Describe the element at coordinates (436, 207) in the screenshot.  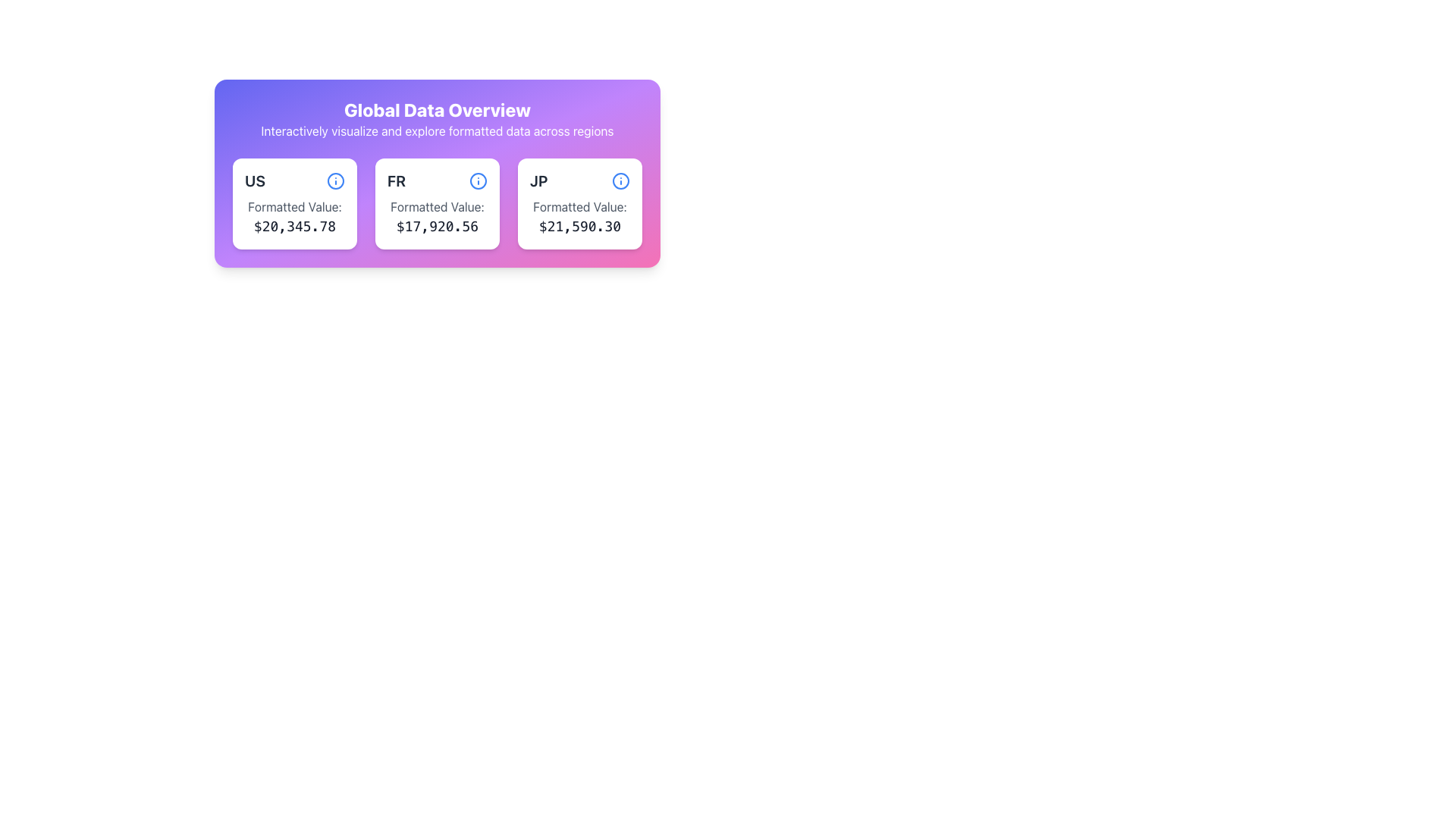
I see `the Static text label identified by 'FR' in the middle panel, which introduces or describes the adjacent numeric value below it` at that location.